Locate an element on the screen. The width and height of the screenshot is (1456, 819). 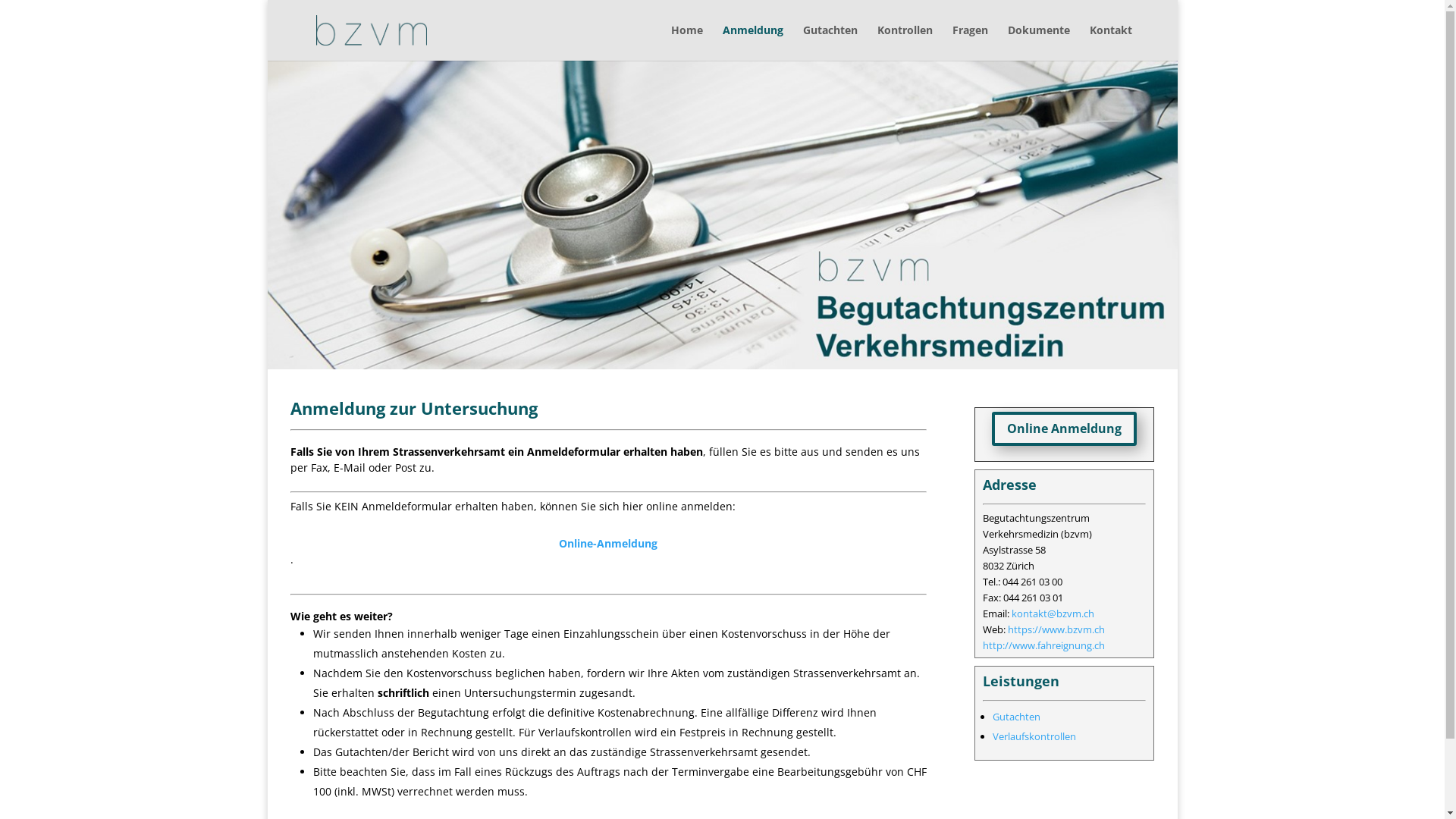
'Kontrollen' is located at coordinates (904, 42).